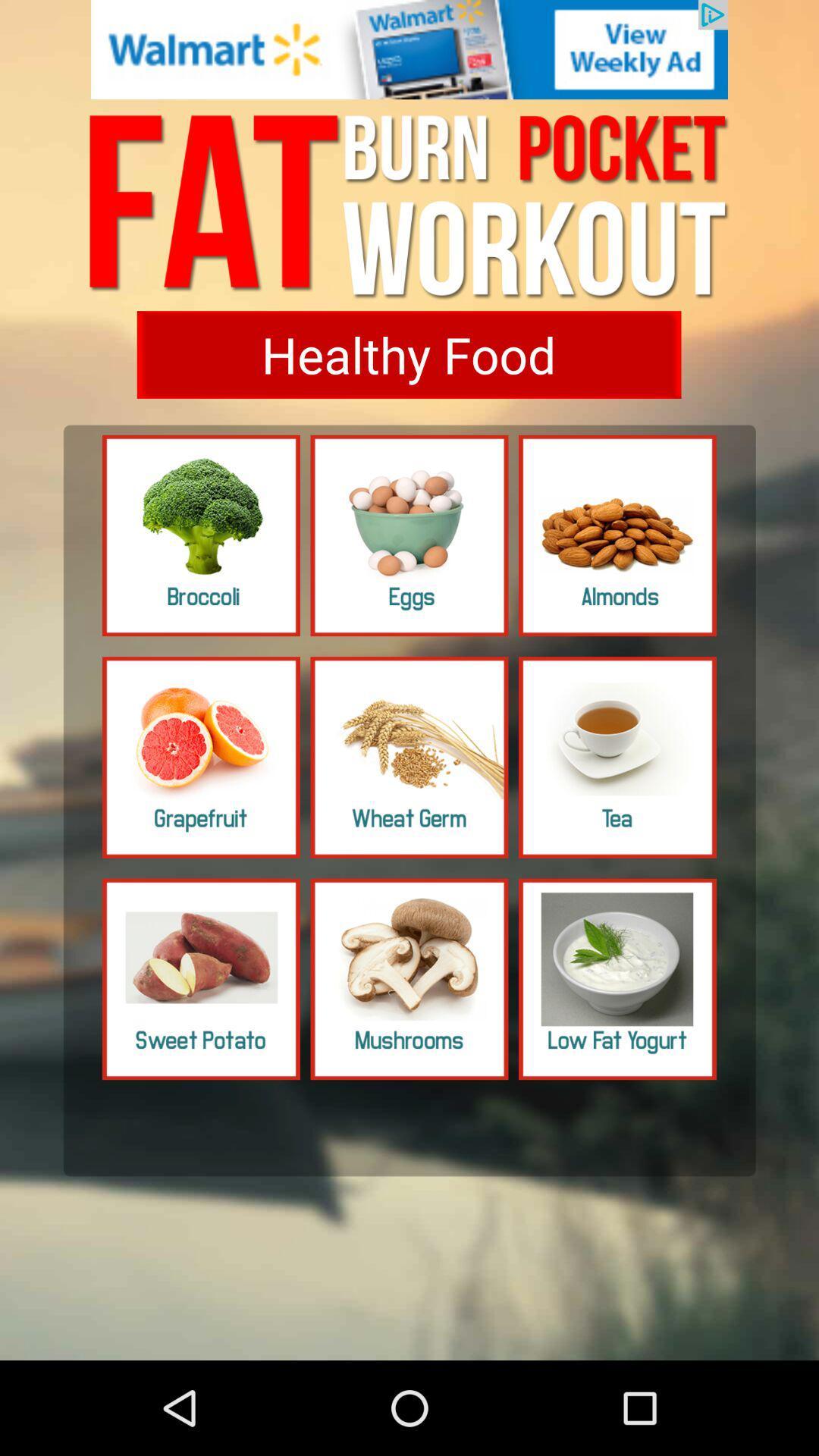 This screenshot has height=1456, width=819. What do you see at coordinates (409, 535) in the screenshot?
I see `food options` at bounding box center [409, 535].